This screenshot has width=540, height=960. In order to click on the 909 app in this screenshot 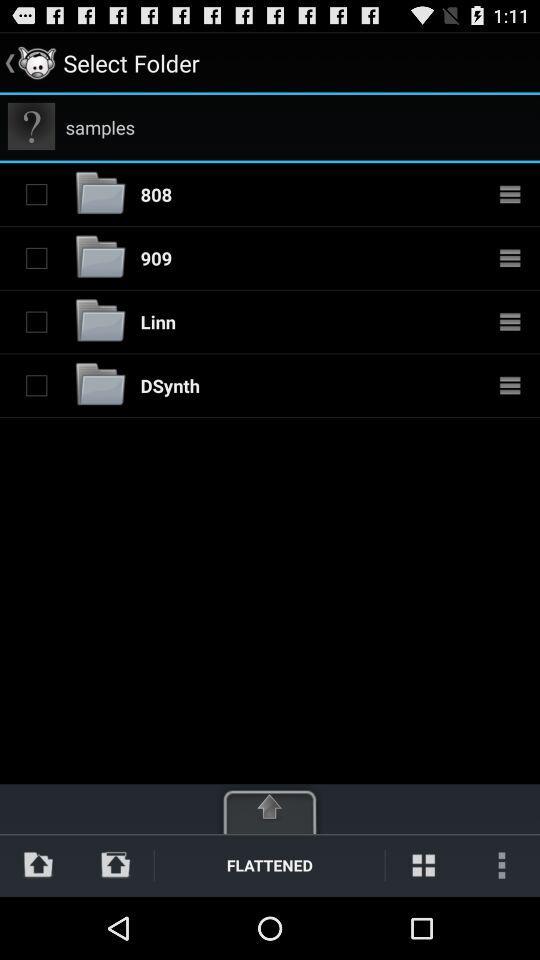, I will do `click(155, 256)`.